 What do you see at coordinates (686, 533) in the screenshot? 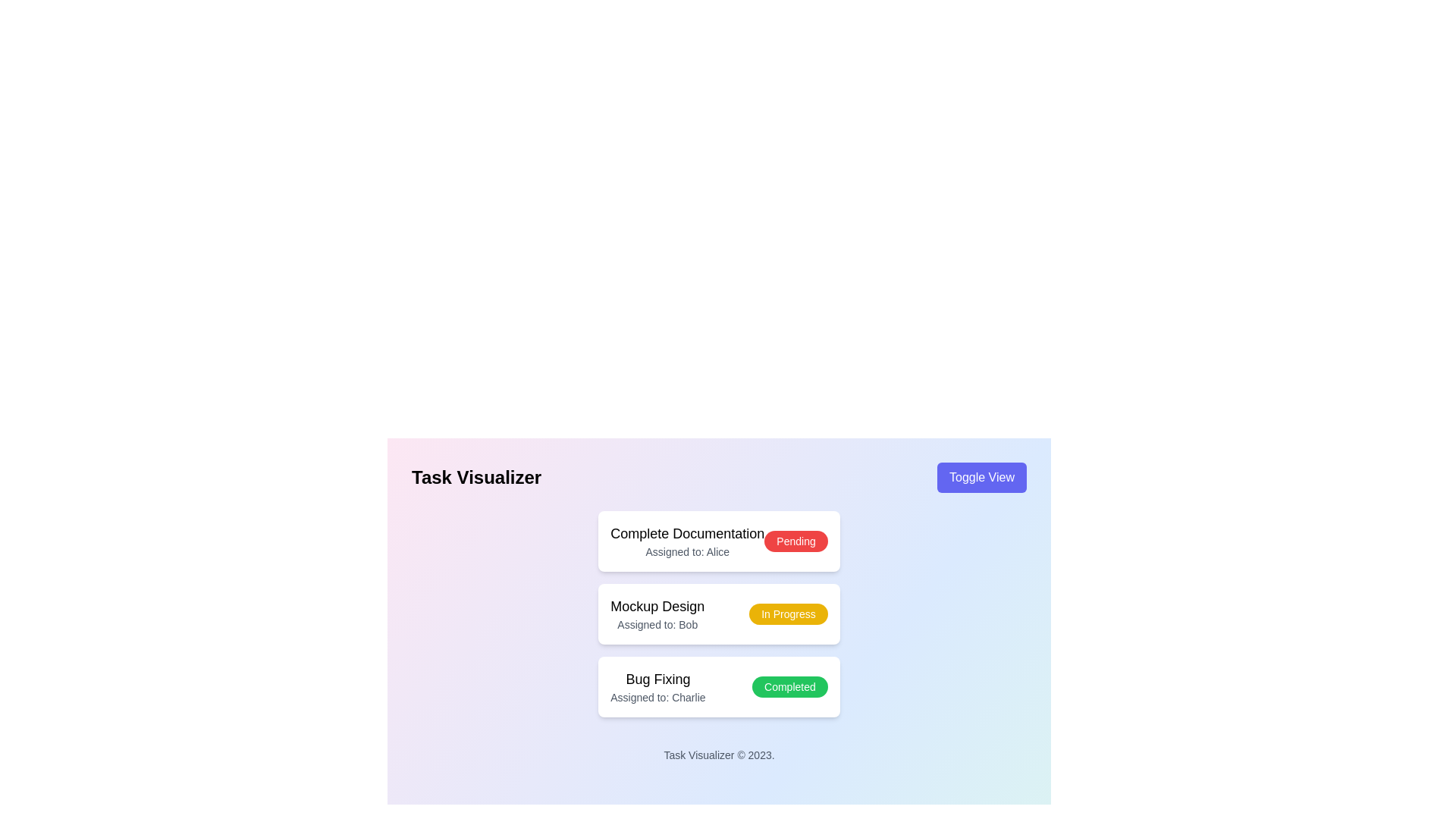
I see `the Text Label that serves as the title of a task or item, positioned above the 'Assigned to: Alice' text and adjacent to the 'Pending' status label` at bounding box center [686, 533].